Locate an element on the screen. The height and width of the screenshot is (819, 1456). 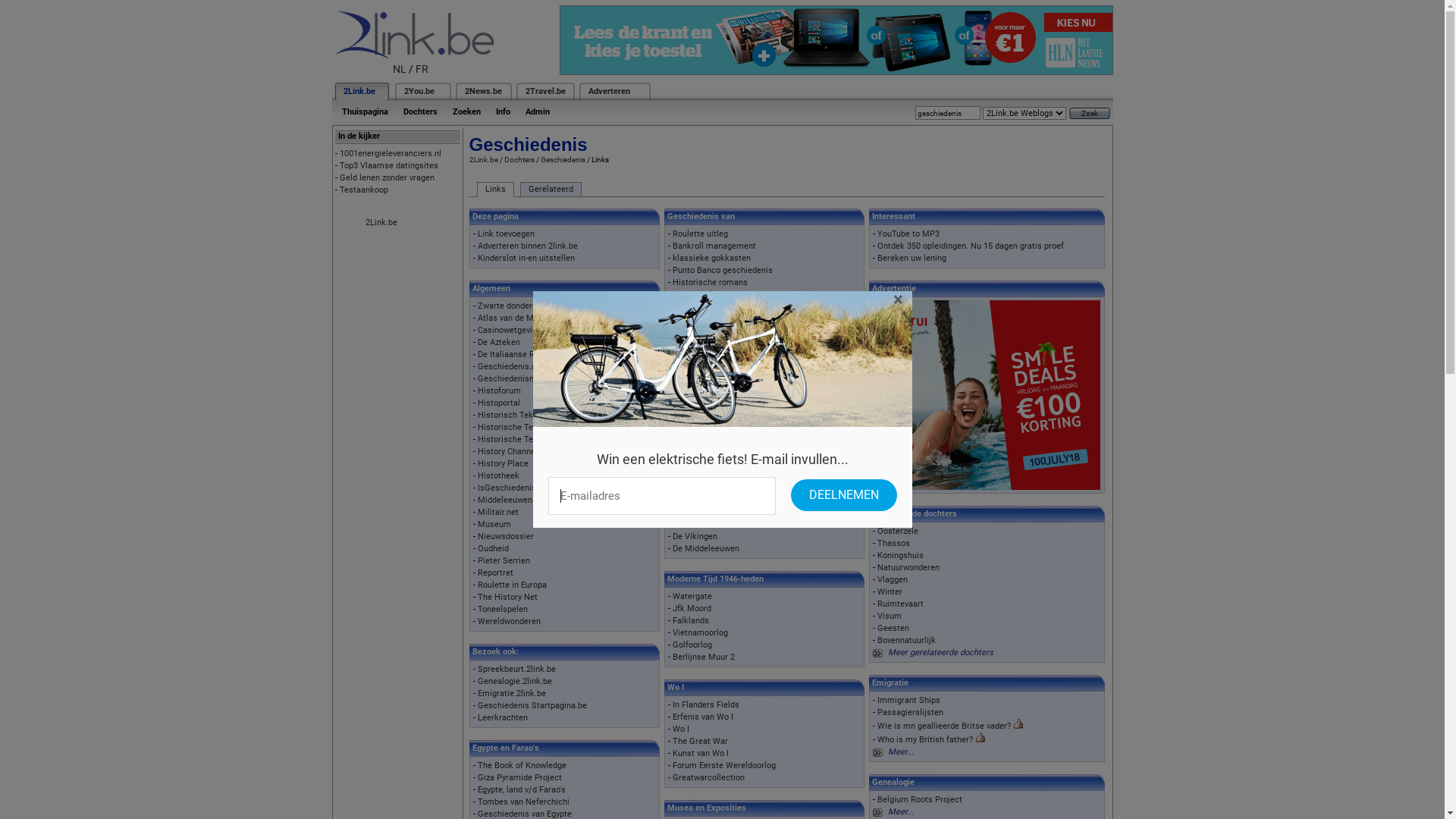
'Kunst van Wo I' is located at coordinates (699, 753).